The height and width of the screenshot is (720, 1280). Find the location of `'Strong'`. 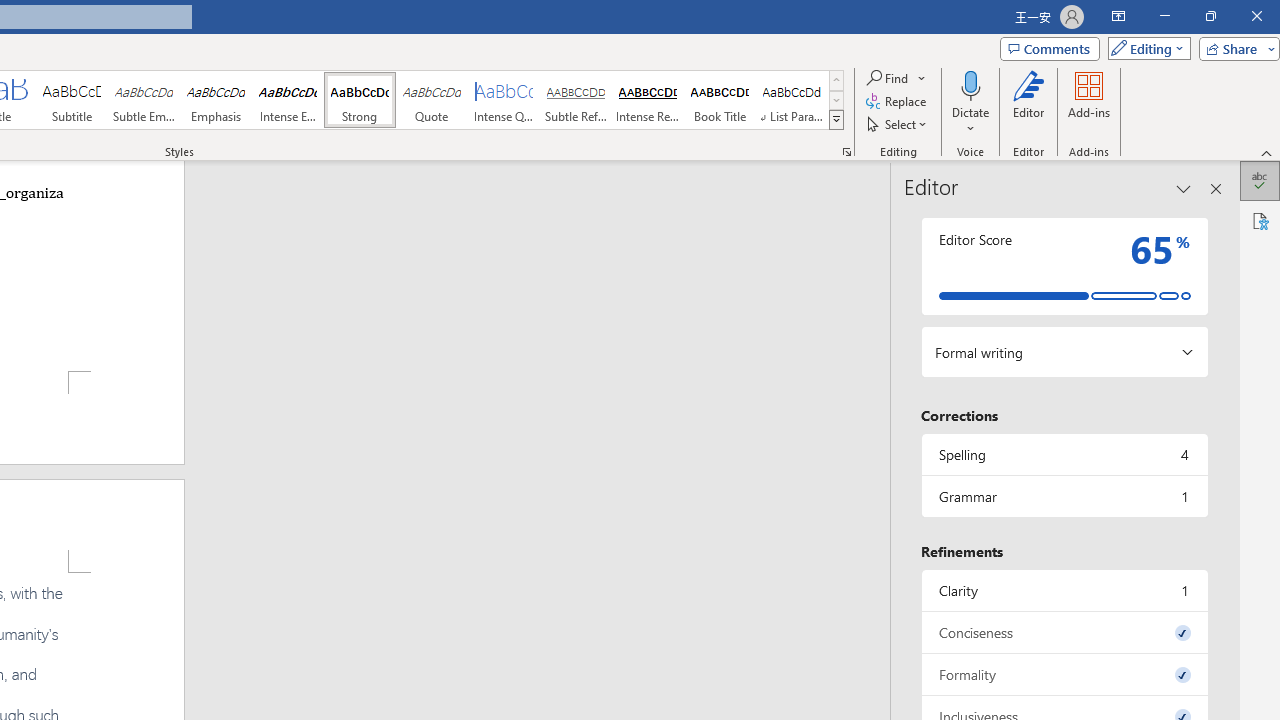

'Strong' is located at coordinates (359, 100).